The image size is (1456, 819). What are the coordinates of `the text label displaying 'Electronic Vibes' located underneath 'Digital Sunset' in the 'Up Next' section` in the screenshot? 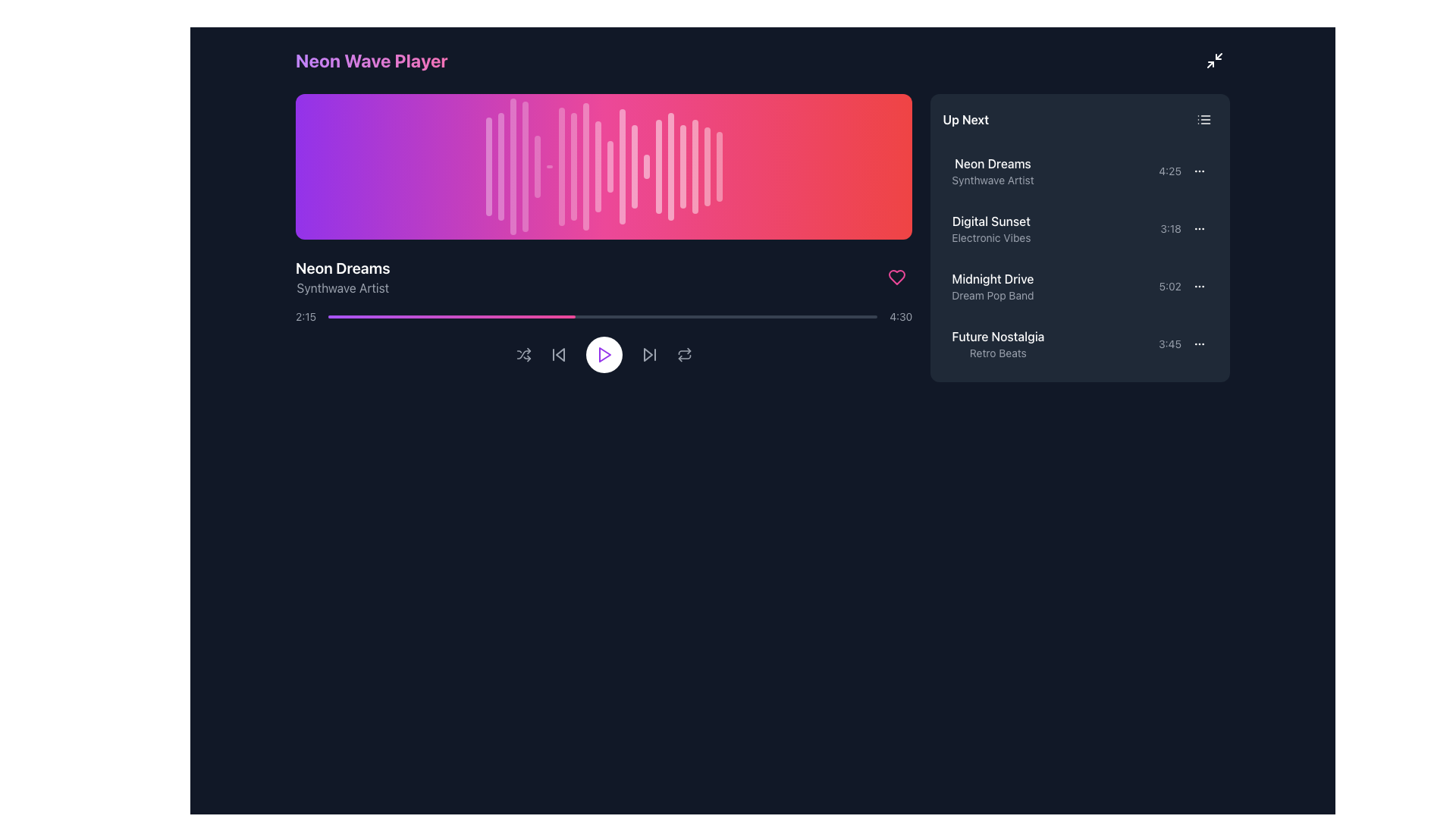 It's located at (991, 237).